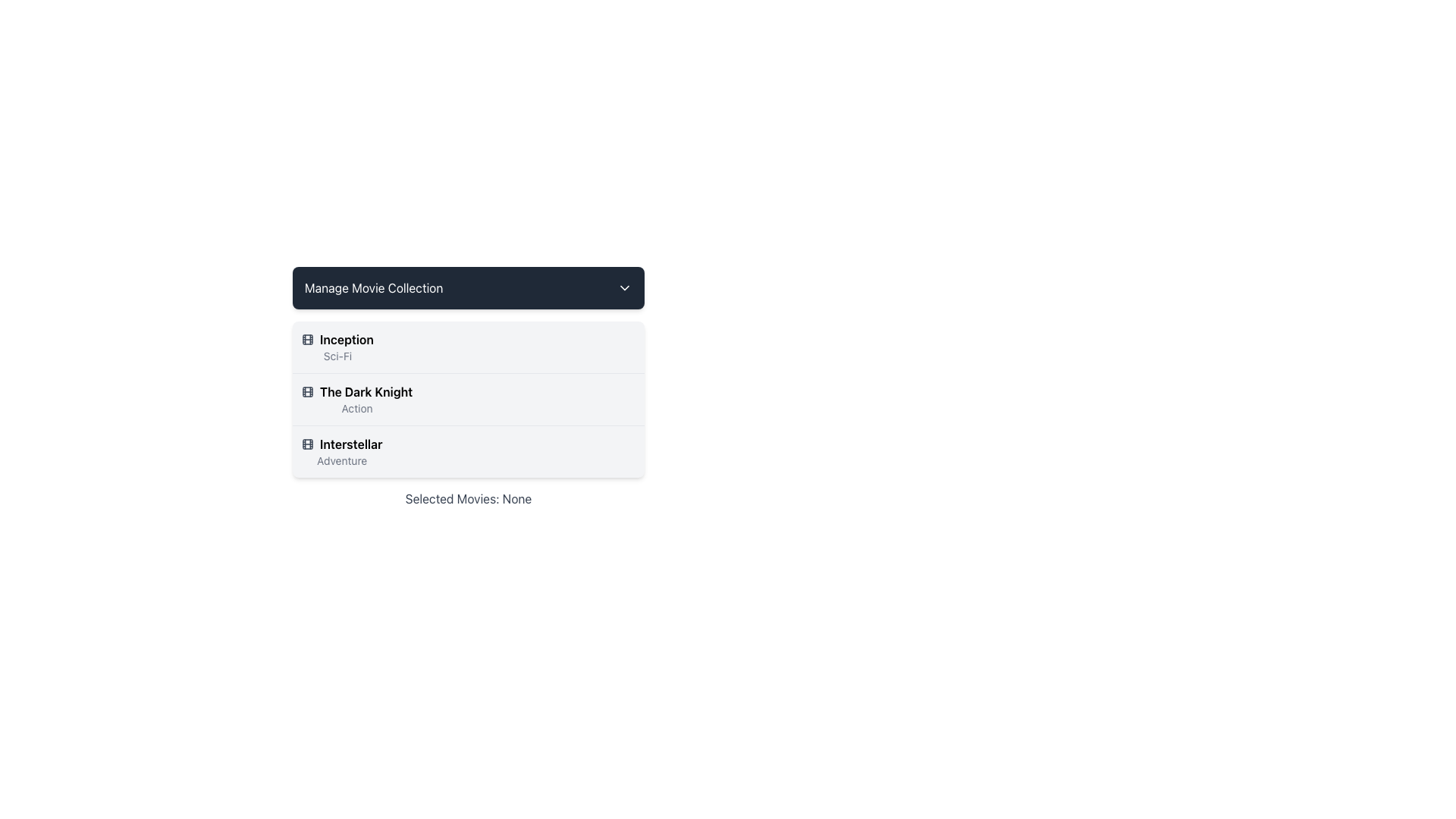 The height and width of the screenshot is (819, 1456). Describe the element at coordinates (356, 399) in the screenshot. I see `to select the movie entry titled 'The Dark Knight' in the pop-up UI component 'Manage Movie Collection'` at that location.